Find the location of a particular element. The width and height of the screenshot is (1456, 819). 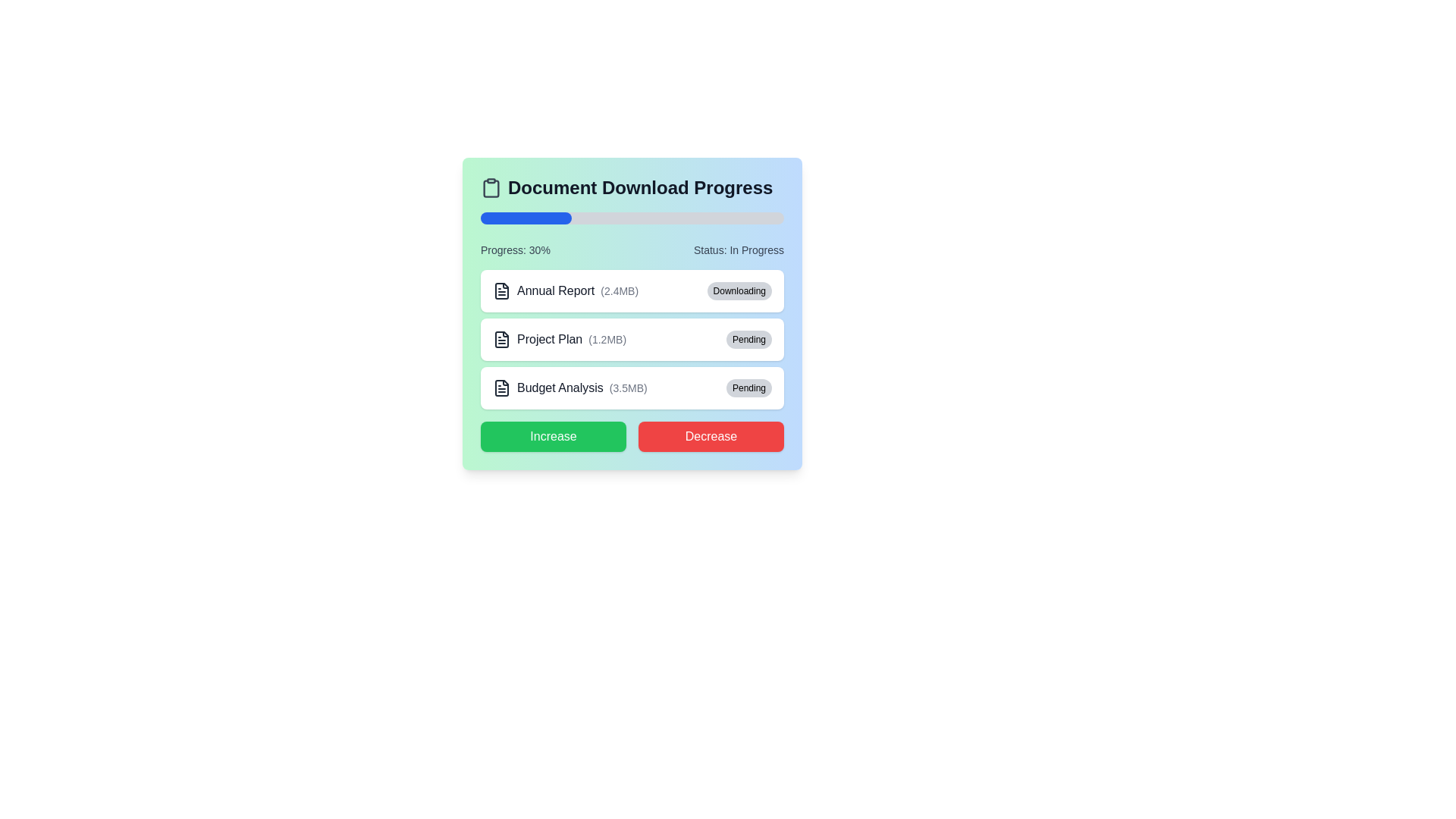

the list item representing the file named 'Annual Report' with a size of 2.4MB, which is the first item in the list and located in a rounded rectangular area with a white background is located at coordinates (565, 291).